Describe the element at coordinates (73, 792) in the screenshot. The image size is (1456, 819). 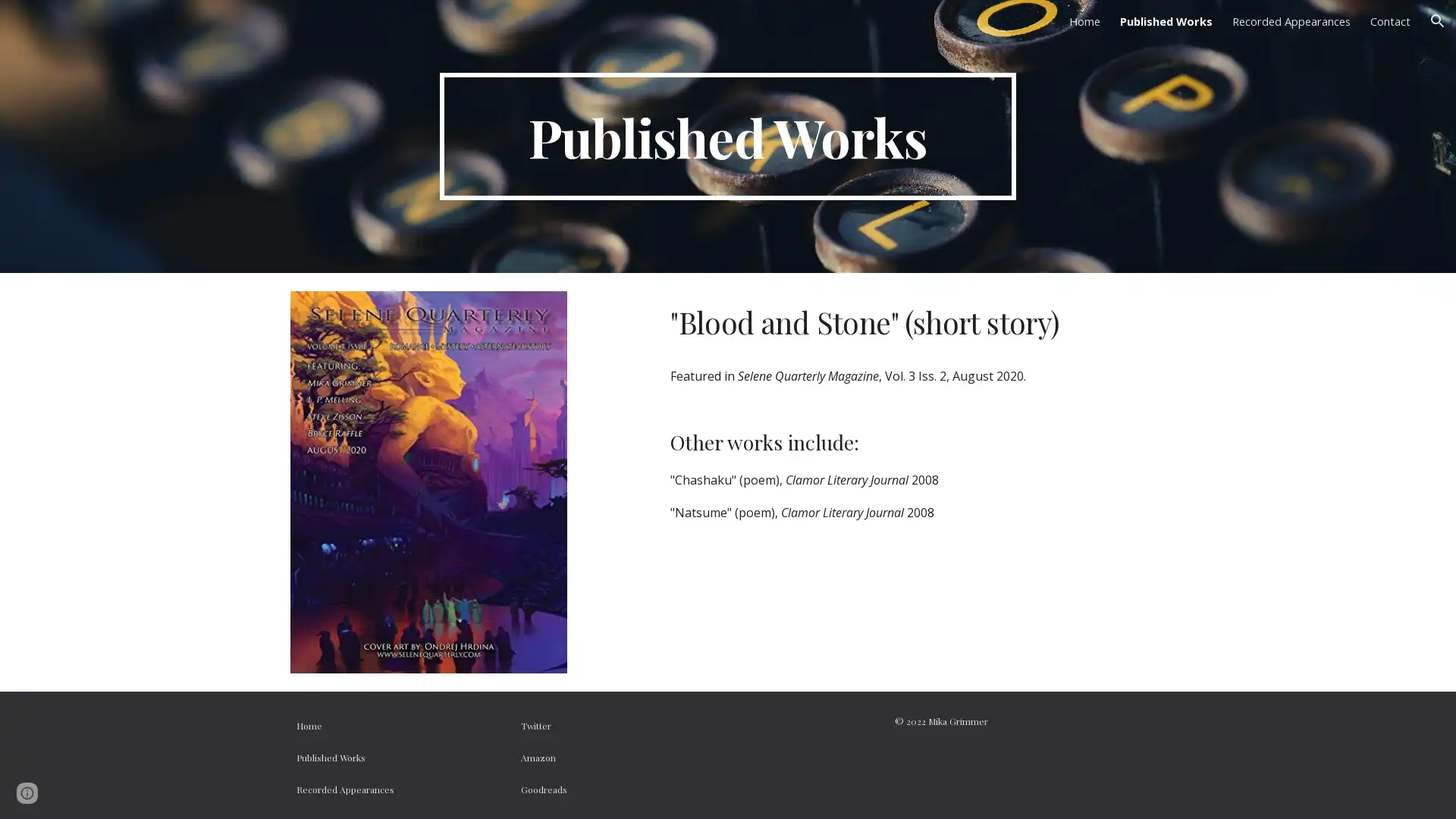
I see `Google Sites` at that location.